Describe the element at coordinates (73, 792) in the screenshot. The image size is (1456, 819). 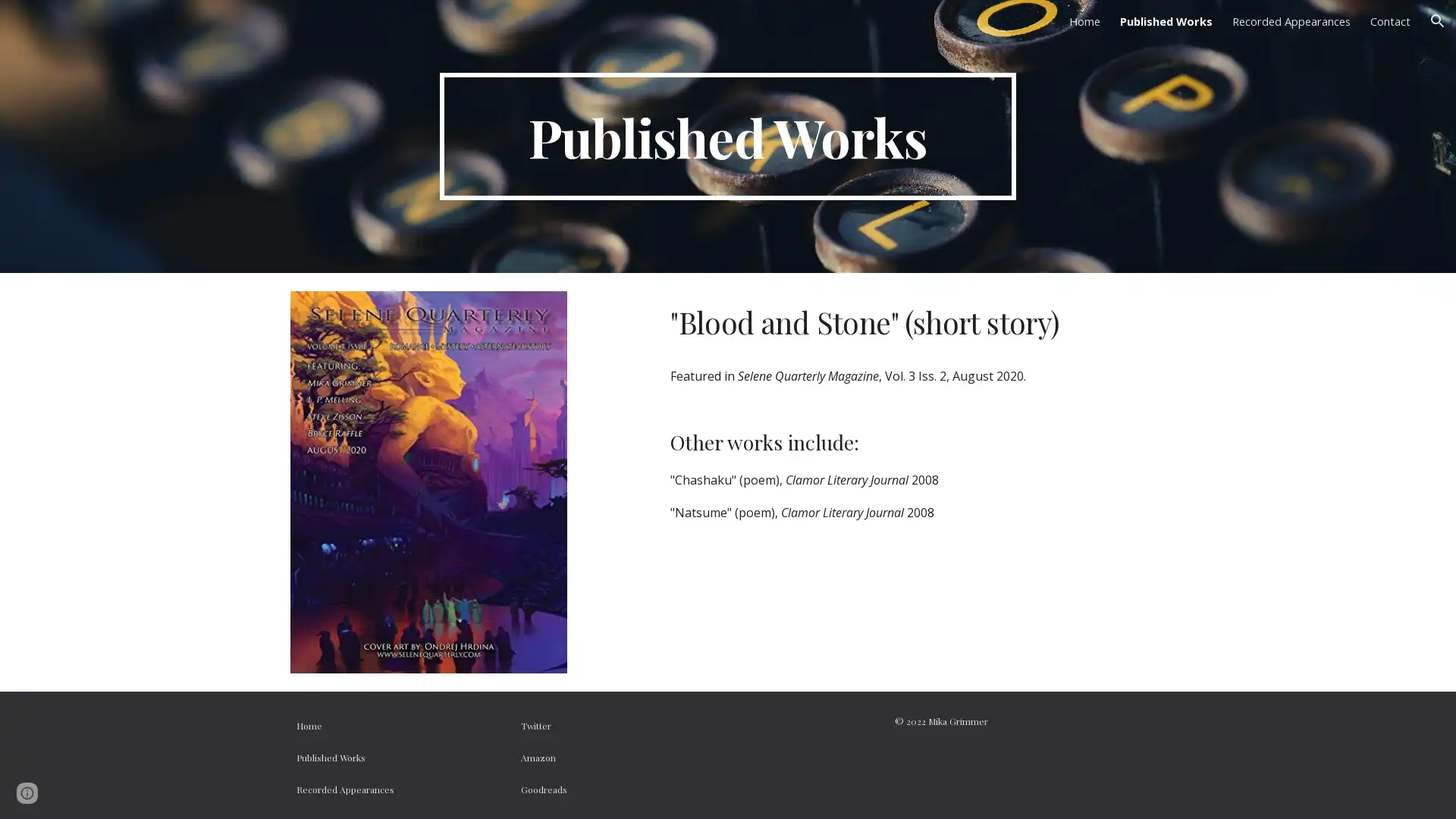
I see `Google Sites` at that location.